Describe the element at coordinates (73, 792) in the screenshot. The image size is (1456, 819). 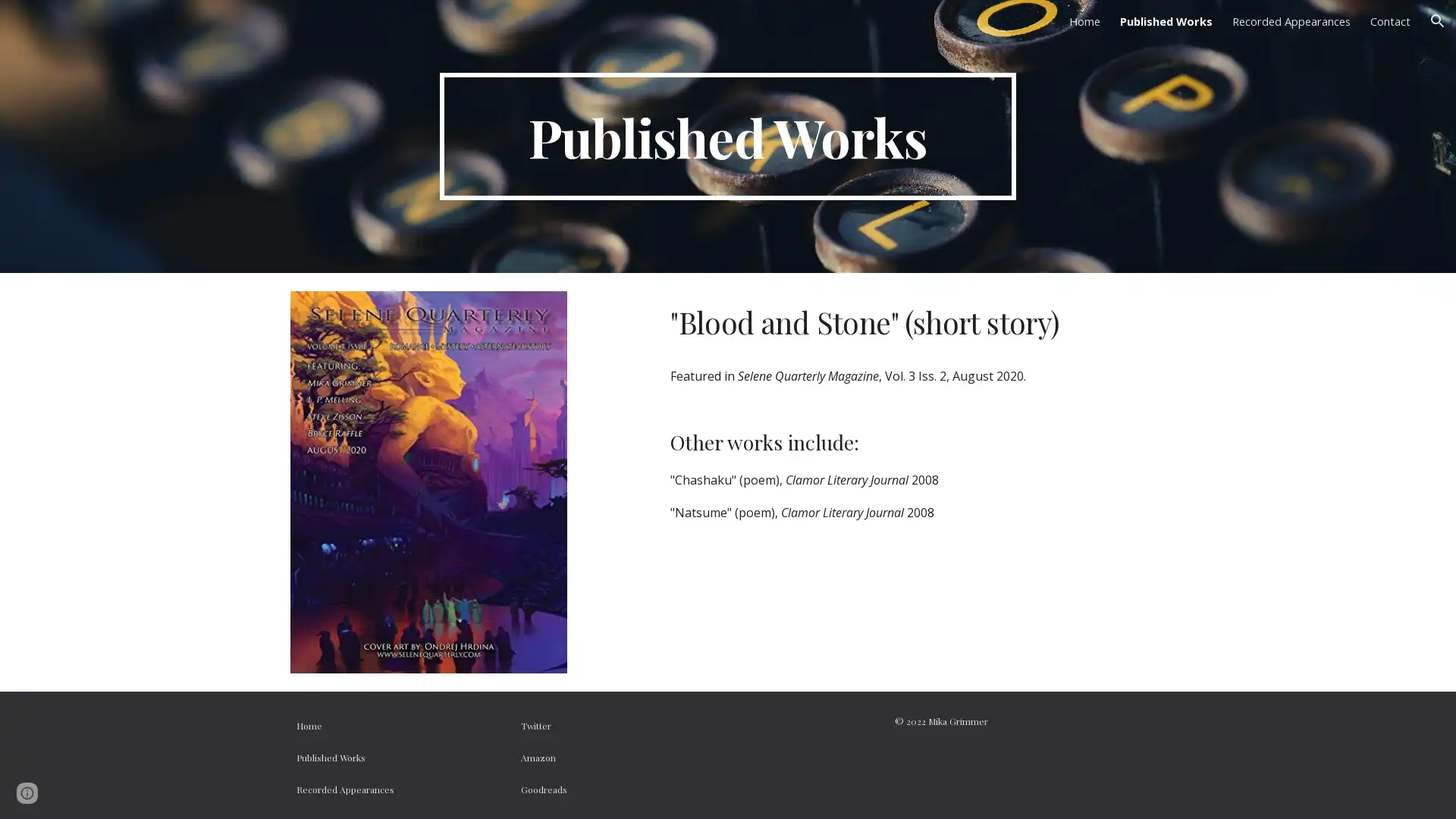
I see `Google Sites` at that location.